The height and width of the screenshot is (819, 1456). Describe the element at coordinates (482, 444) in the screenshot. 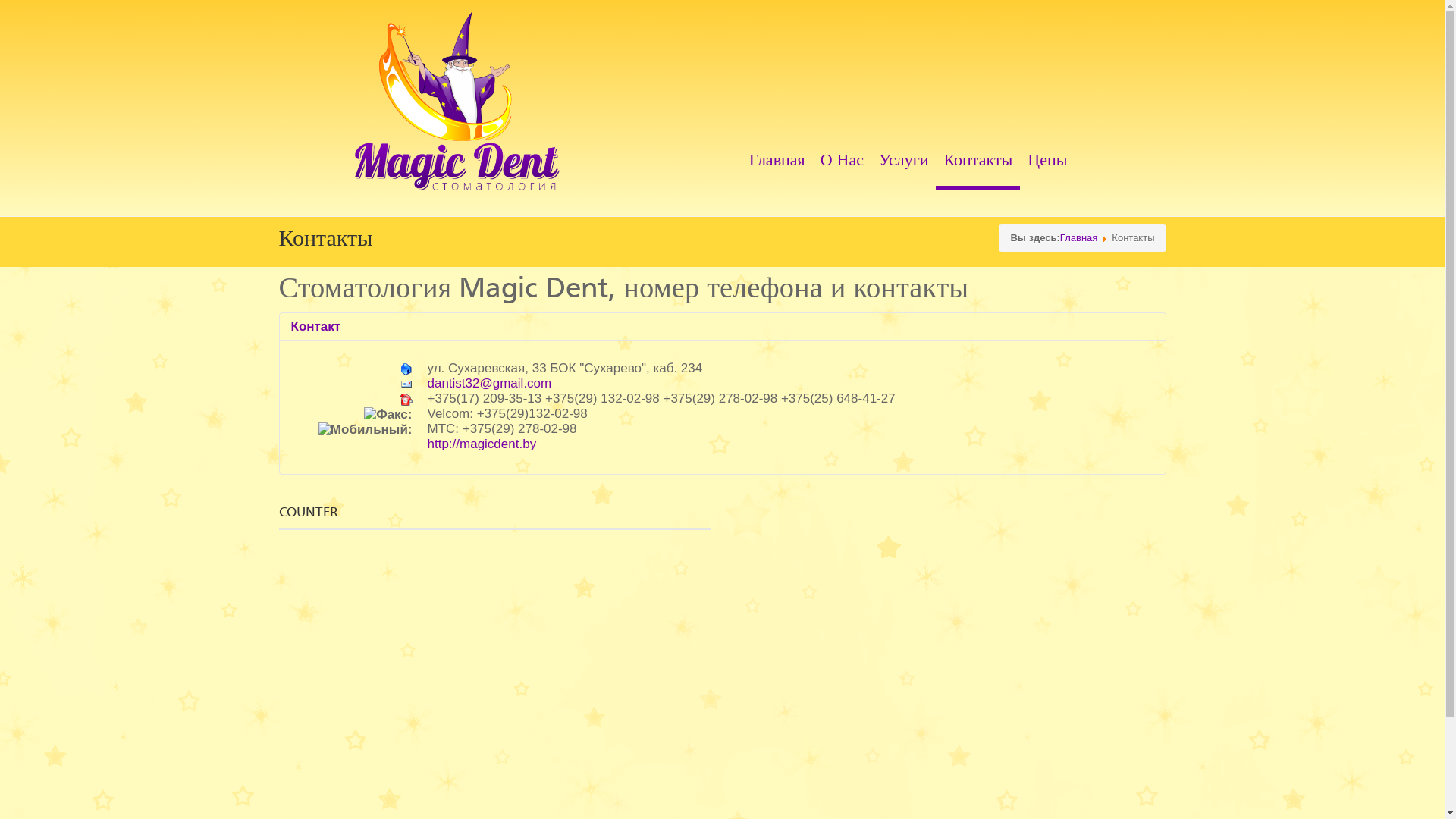

I see `'http://magicdent.by'` at that location.